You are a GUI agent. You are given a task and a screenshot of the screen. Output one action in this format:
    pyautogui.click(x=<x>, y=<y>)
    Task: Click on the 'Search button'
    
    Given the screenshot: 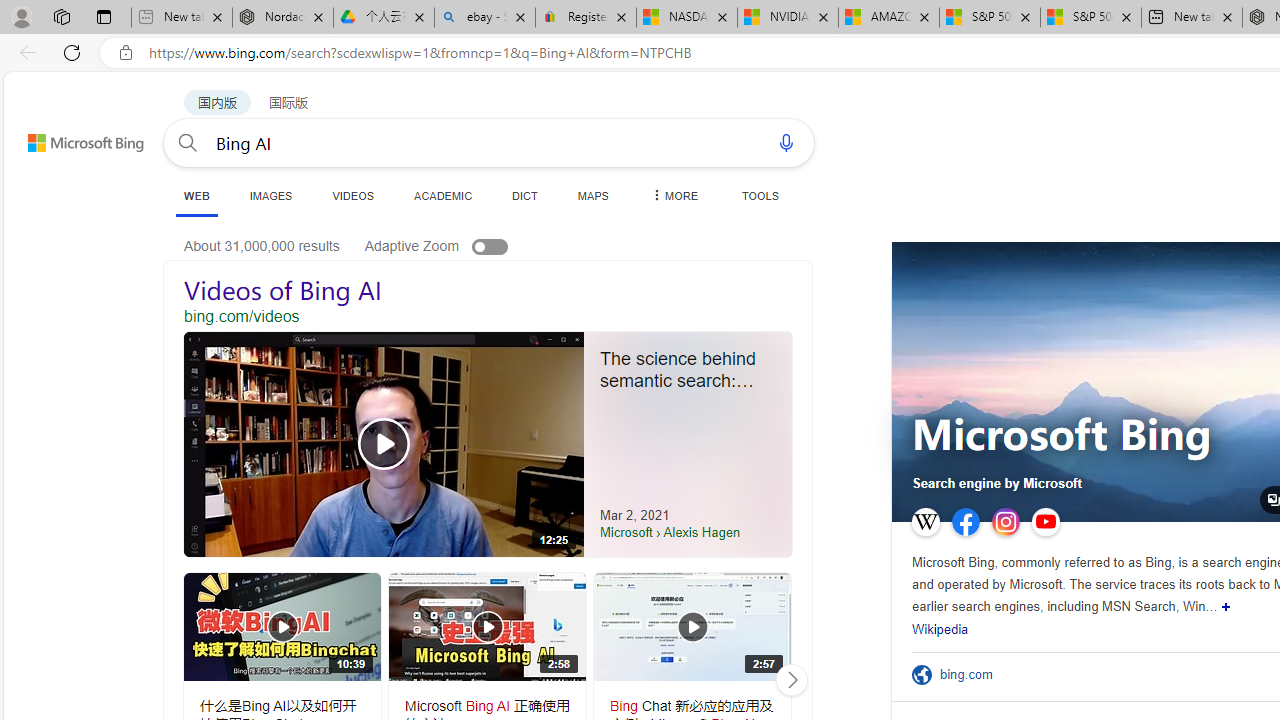 What is the action you would take?
    pyautogui.click(x=187, y=141)
    